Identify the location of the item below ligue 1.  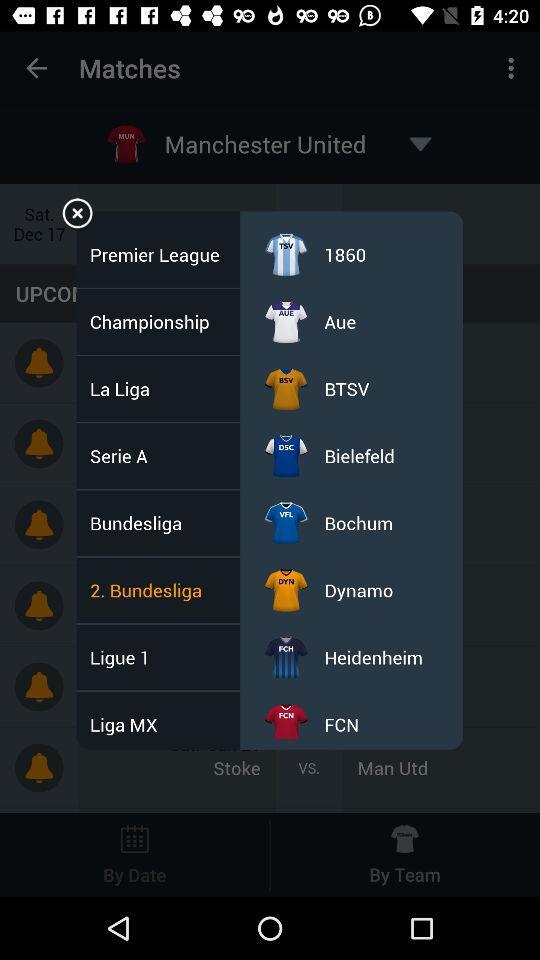
(130, 723).